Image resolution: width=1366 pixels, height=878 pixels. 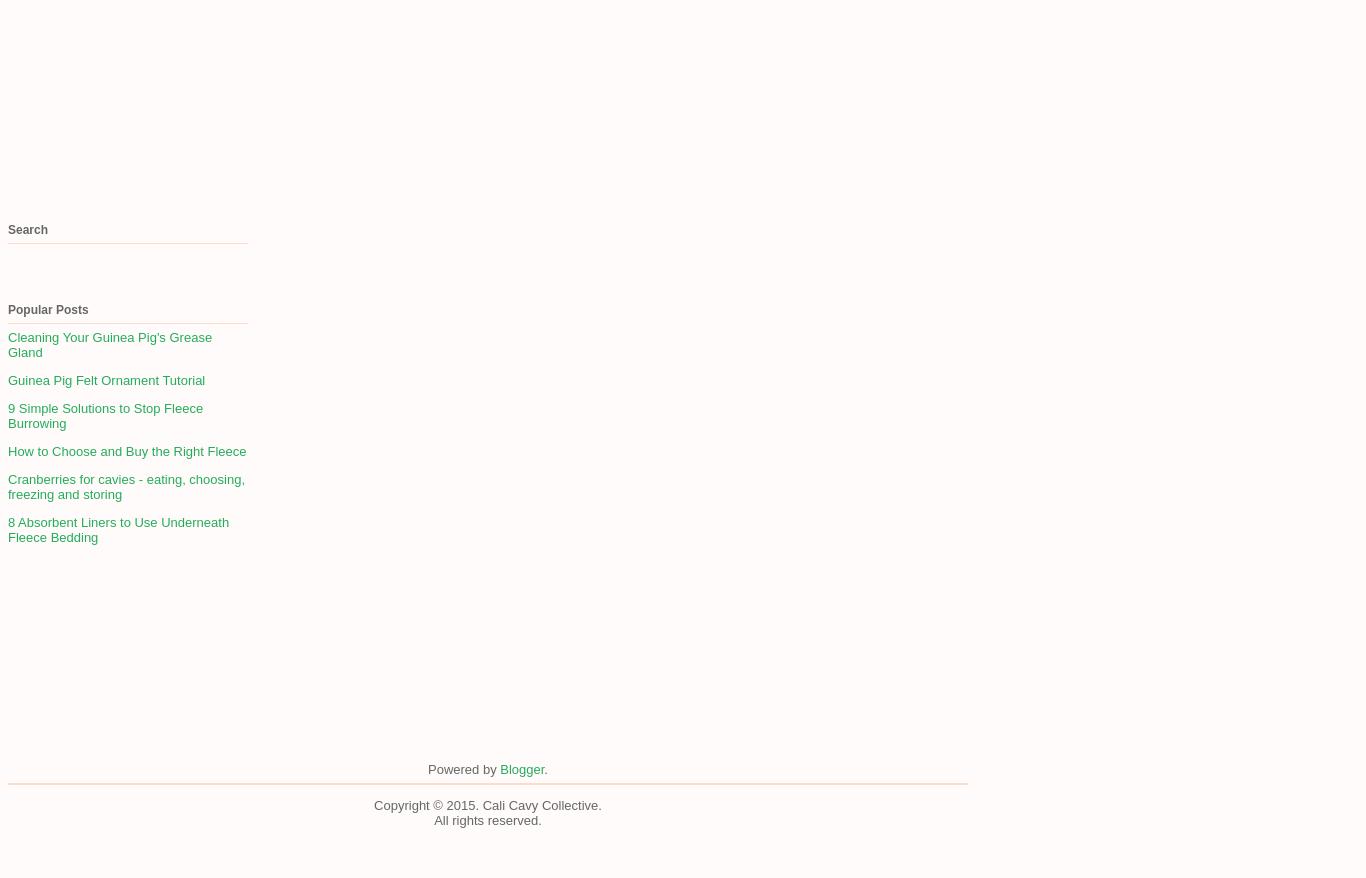 I want to click on '9 Simple Solutions to Stop Fleece Burrowing', so click(x=8, y=415).